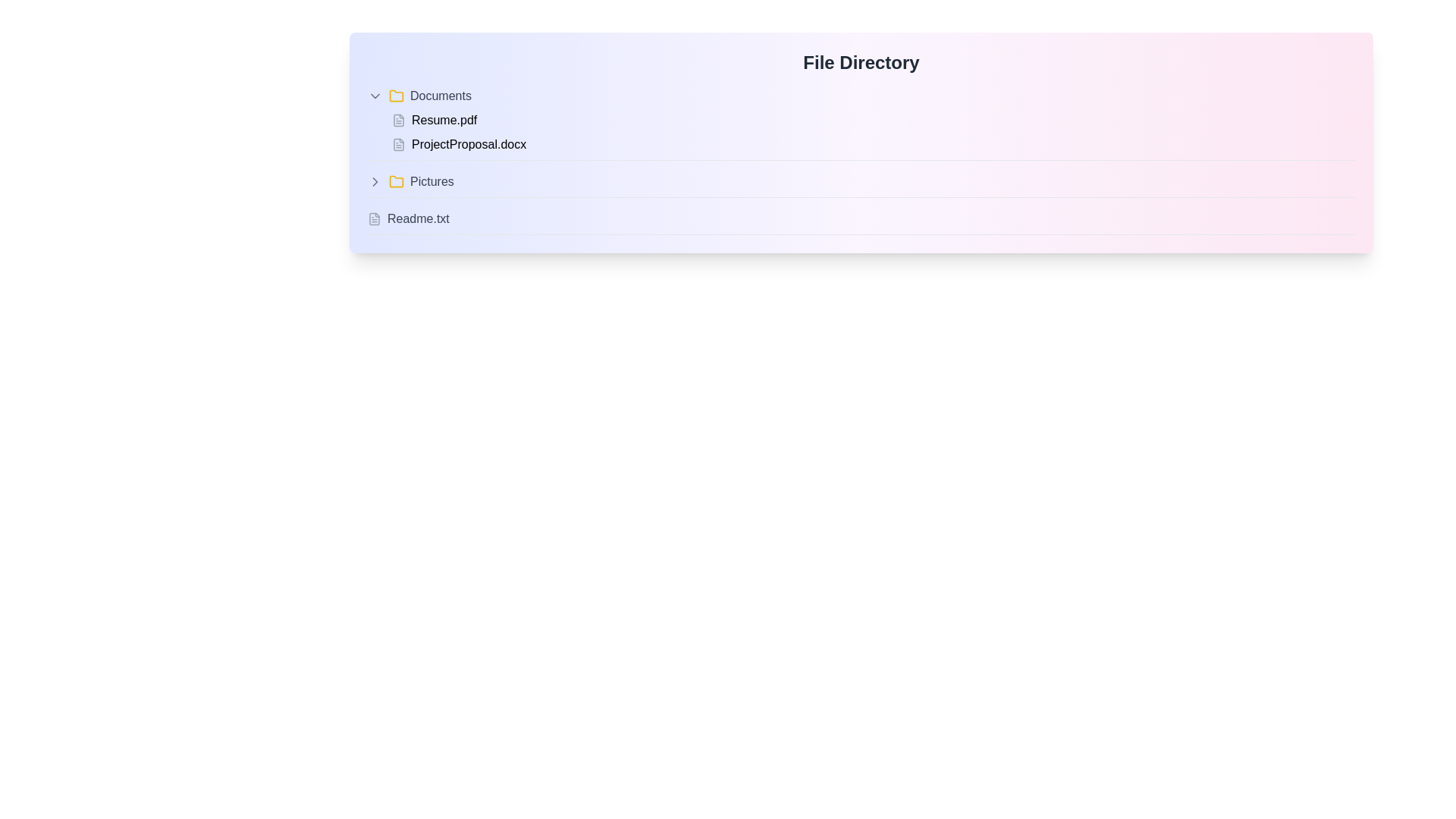  What do you see at coordinates (375, 219) in the screenshot?
I see `the SVG icon representing the 'Readme.txt' file located in the leftmost part of the row in the file directory` at bounding box center [375, 219].